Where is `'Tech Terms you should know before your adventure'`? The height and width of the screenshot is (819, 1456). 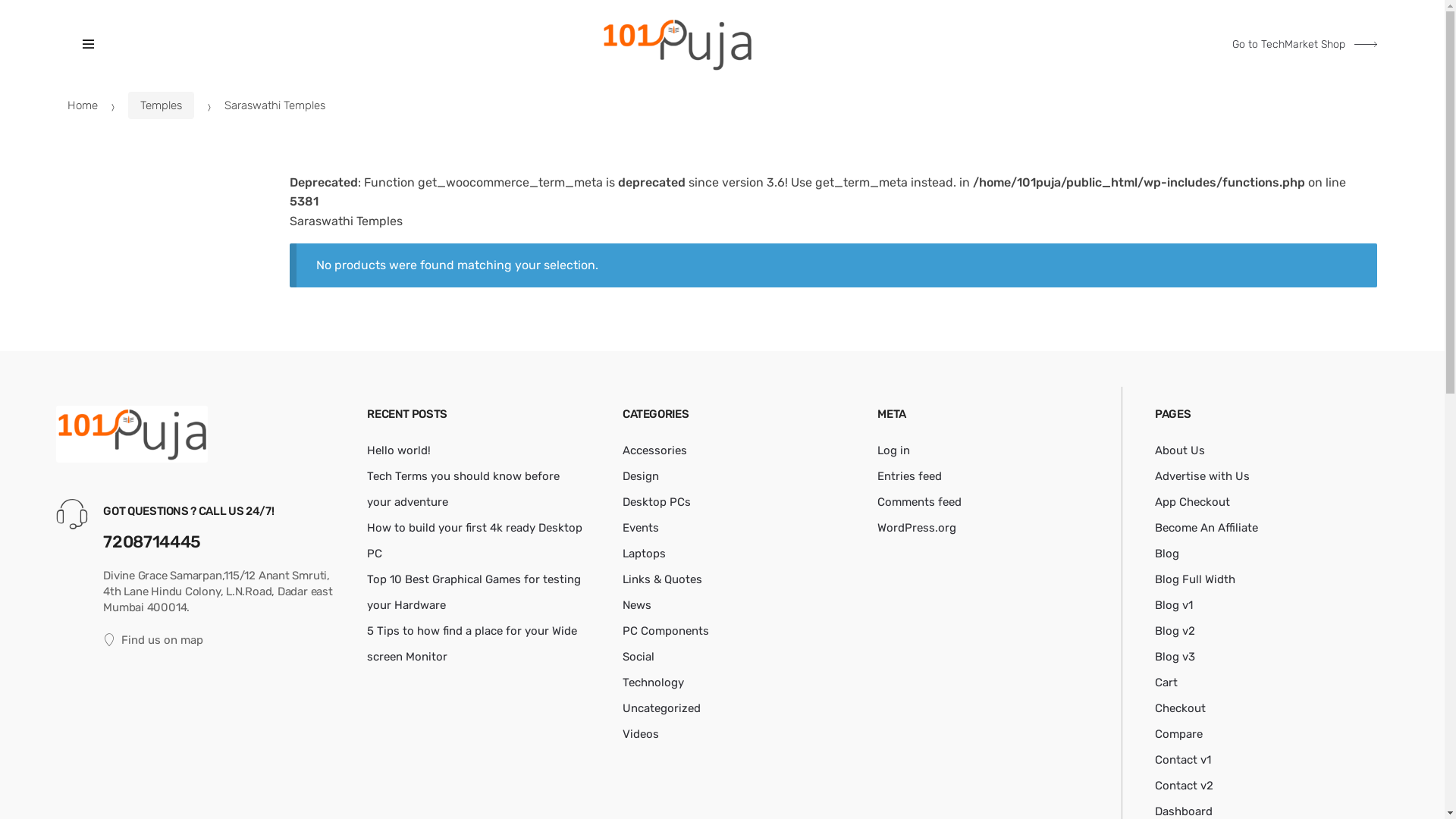 'Tech Terms you should know before your adventure' is located at coordinates (367, 488).